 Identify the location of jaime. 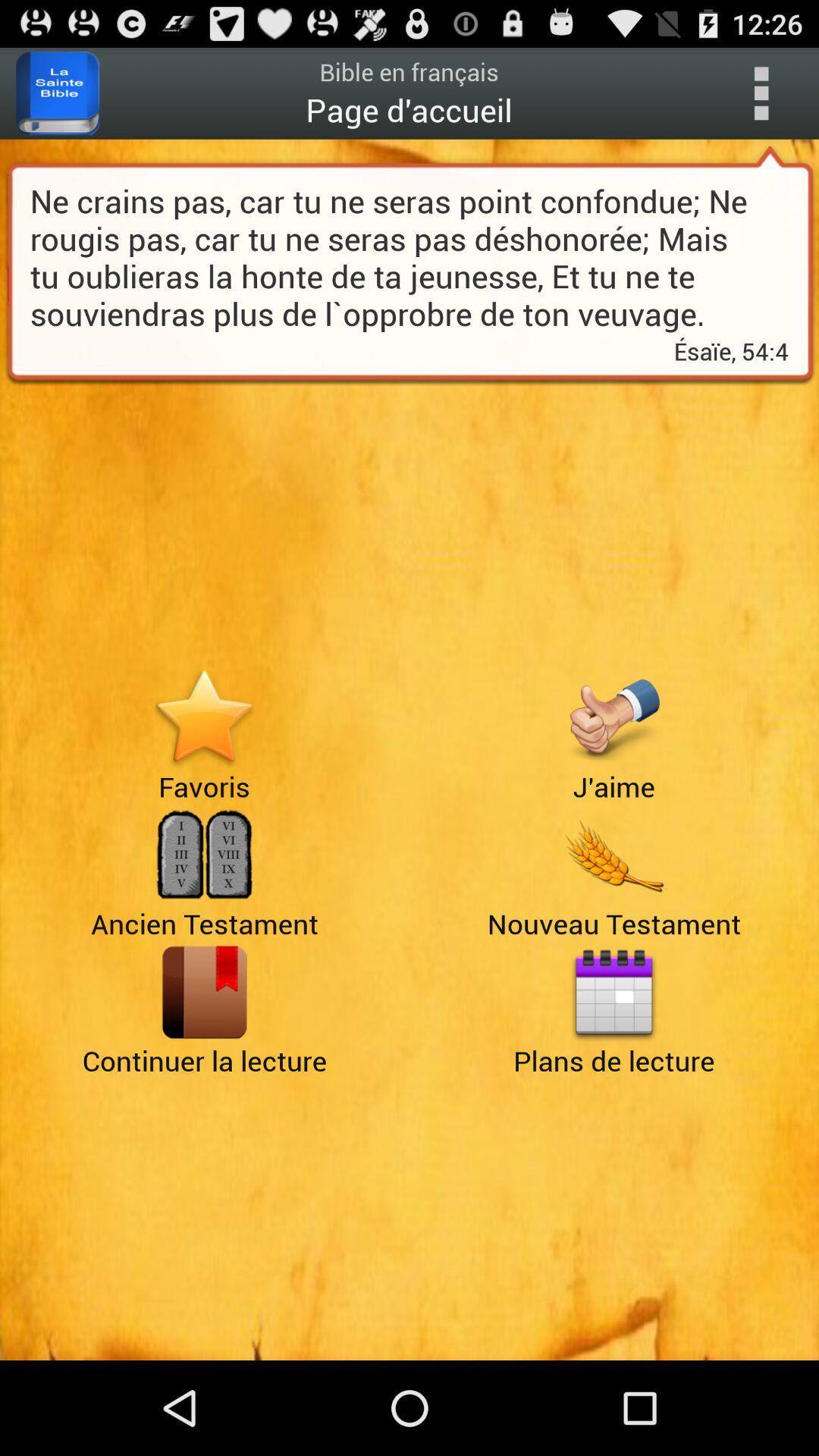
(613, 717).